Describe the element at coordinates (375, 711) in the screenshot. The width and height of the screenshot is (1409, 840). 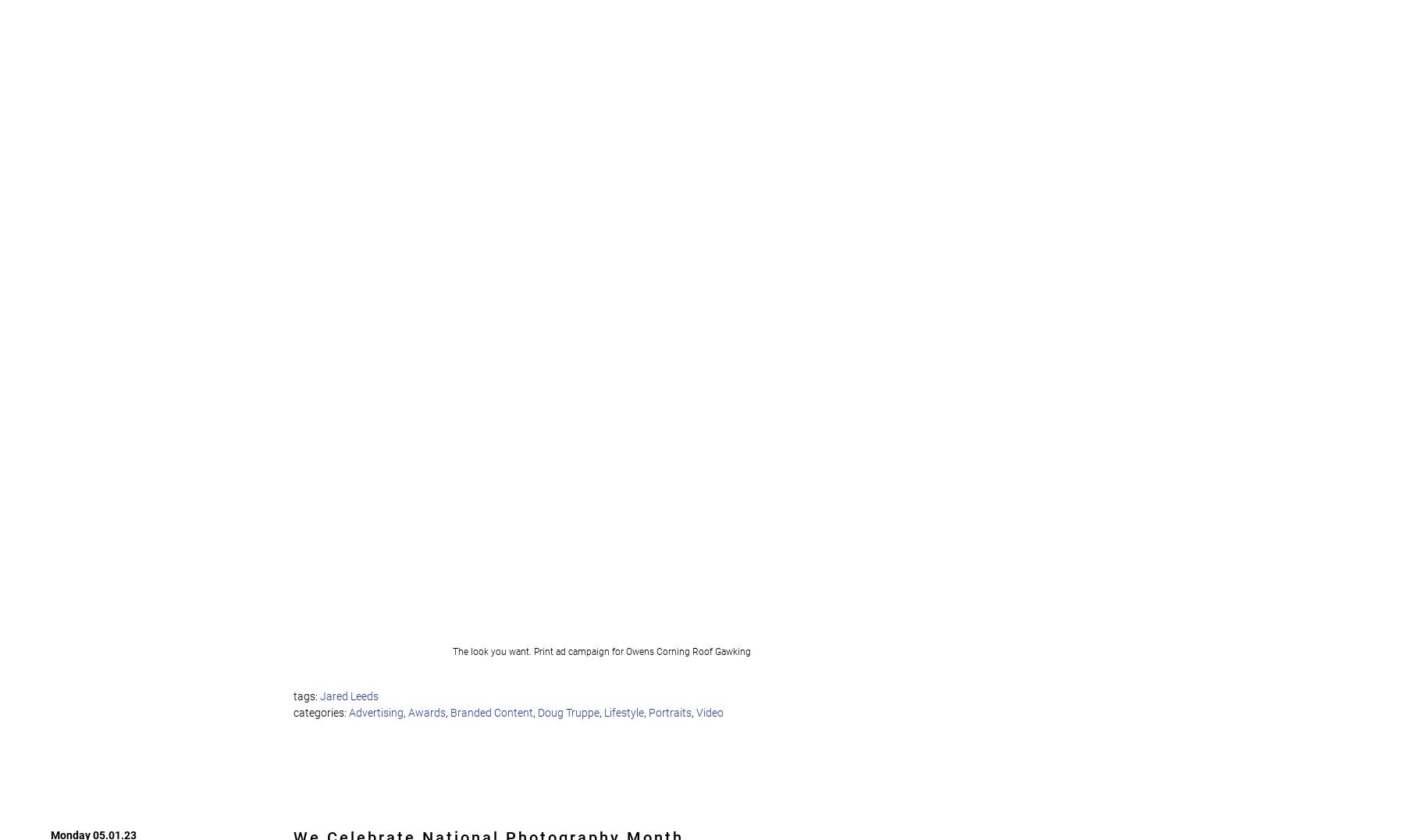
I see `'Advertising'` at that location.